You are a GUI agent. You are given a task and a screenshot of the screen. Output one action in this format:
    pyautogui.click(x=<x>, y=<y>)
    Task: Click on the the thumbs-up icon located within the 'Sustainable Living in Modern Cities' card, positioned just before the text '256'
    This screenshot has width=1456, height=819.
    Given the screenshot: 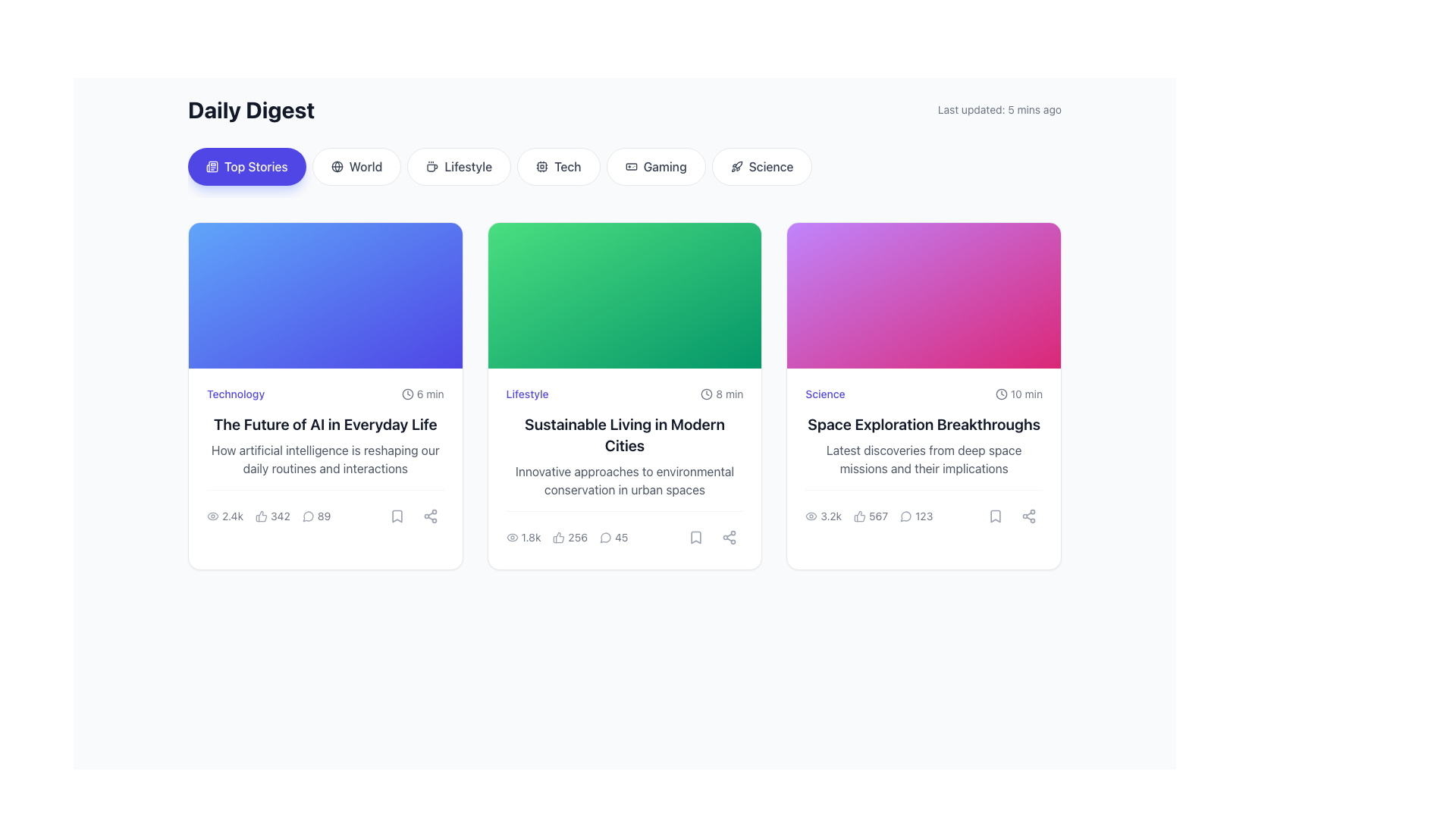 What is the action you would take?
    pyautogui.click(x=558, y=537)
    